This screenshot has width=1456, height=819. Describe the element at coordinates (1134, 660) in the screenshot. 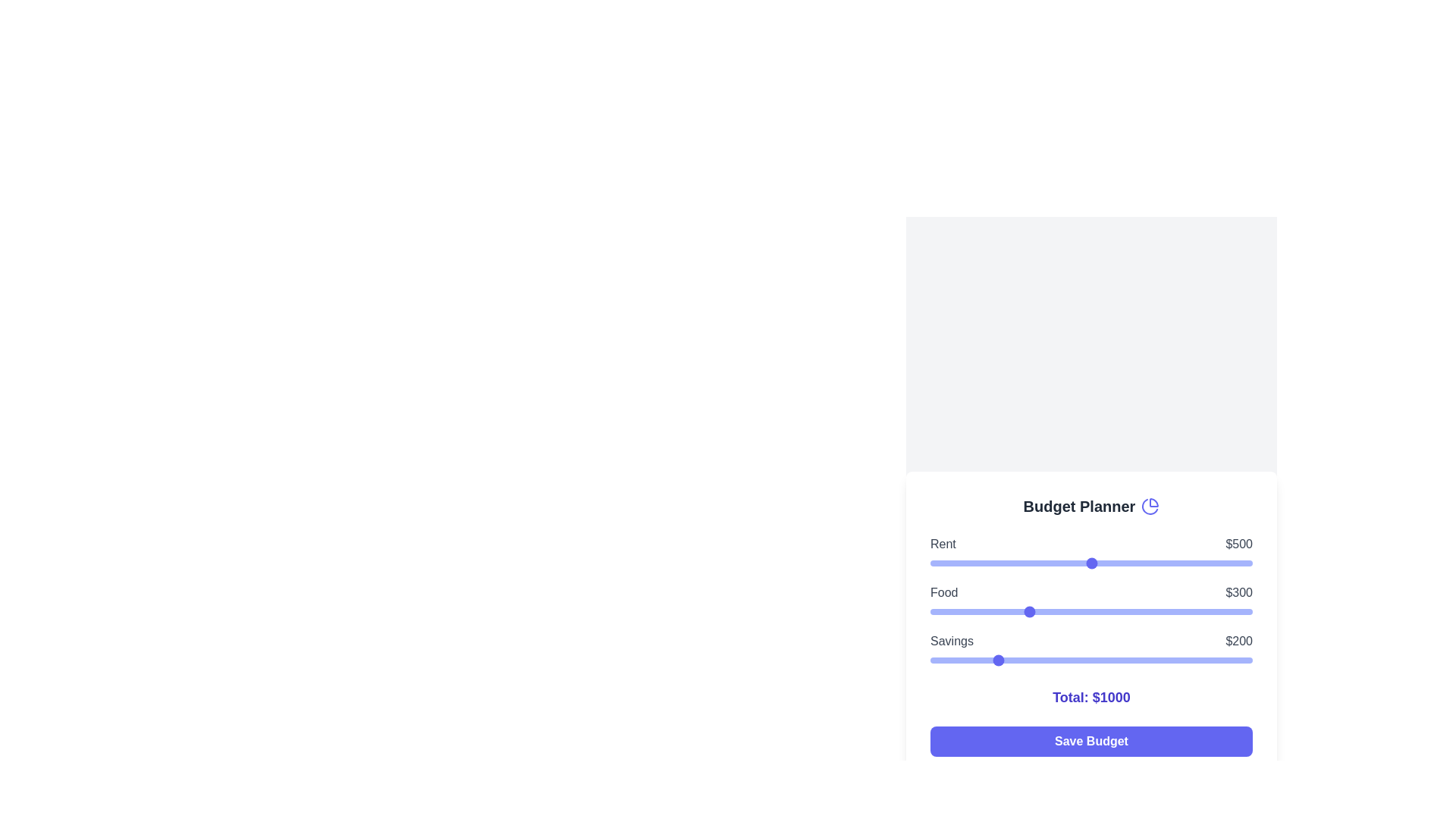

I see `the savings slider to 631` at that location.